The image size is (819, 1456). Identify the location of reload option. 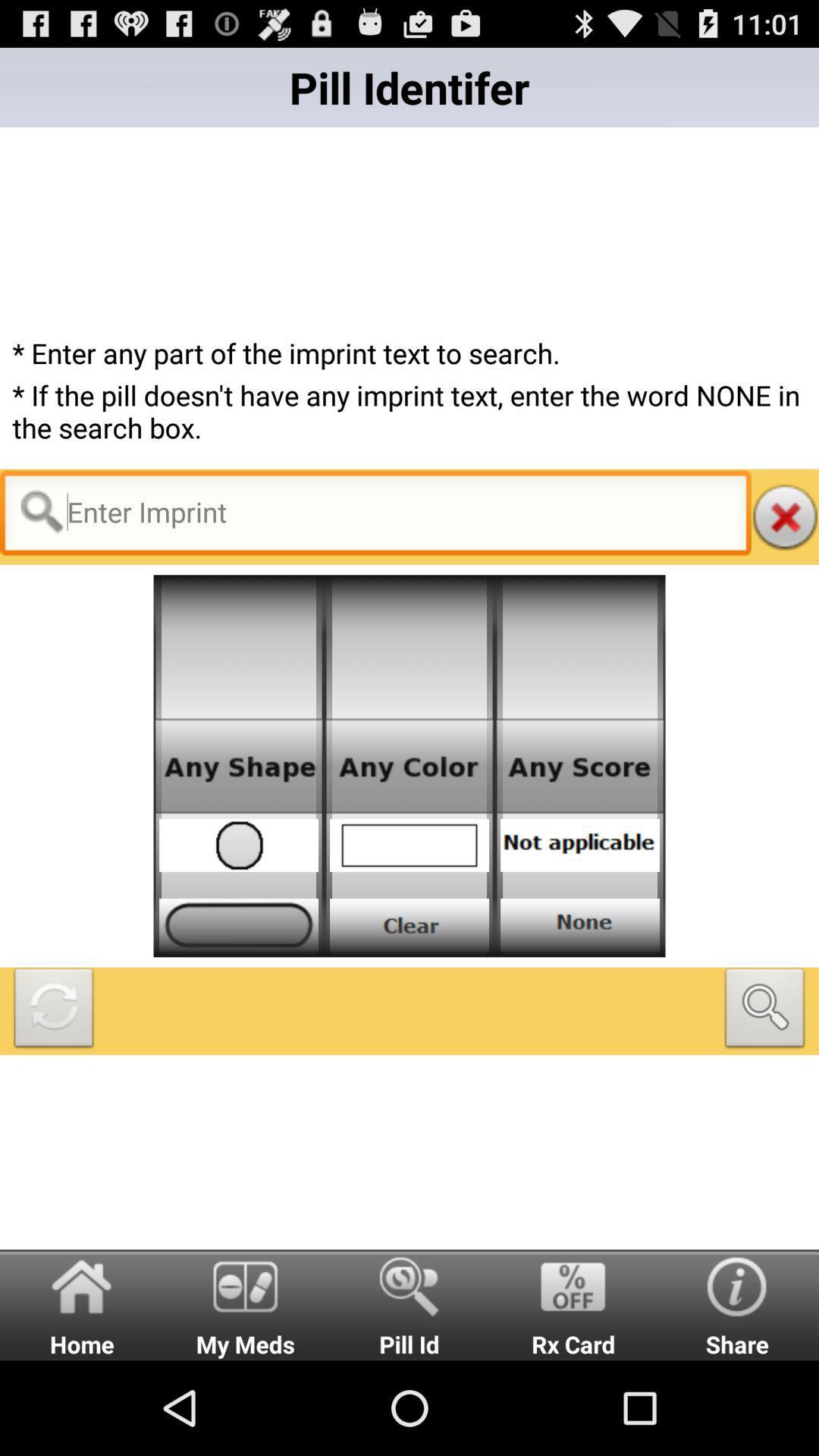
(53, 1011).